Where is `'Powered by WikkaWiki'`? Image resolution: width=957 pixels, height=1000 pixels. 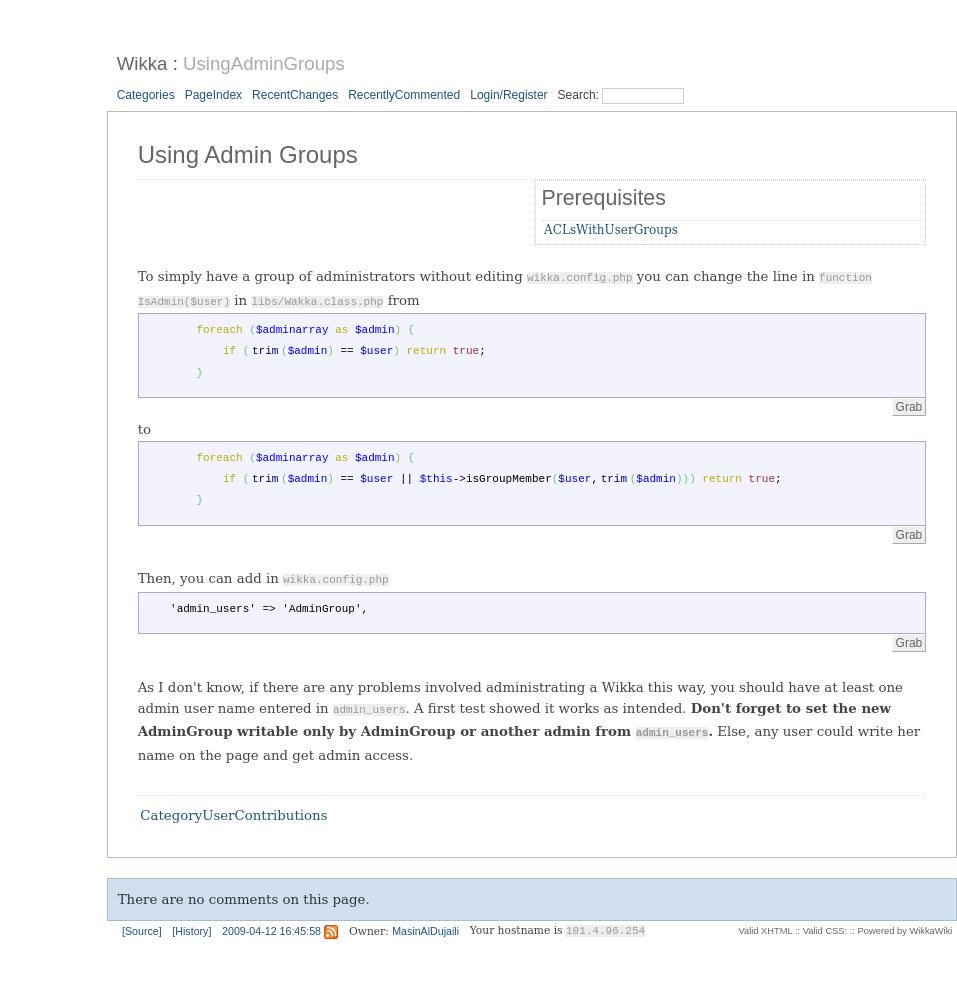 'Powered by WikkaWiki' is located at coordinates (904, 930).